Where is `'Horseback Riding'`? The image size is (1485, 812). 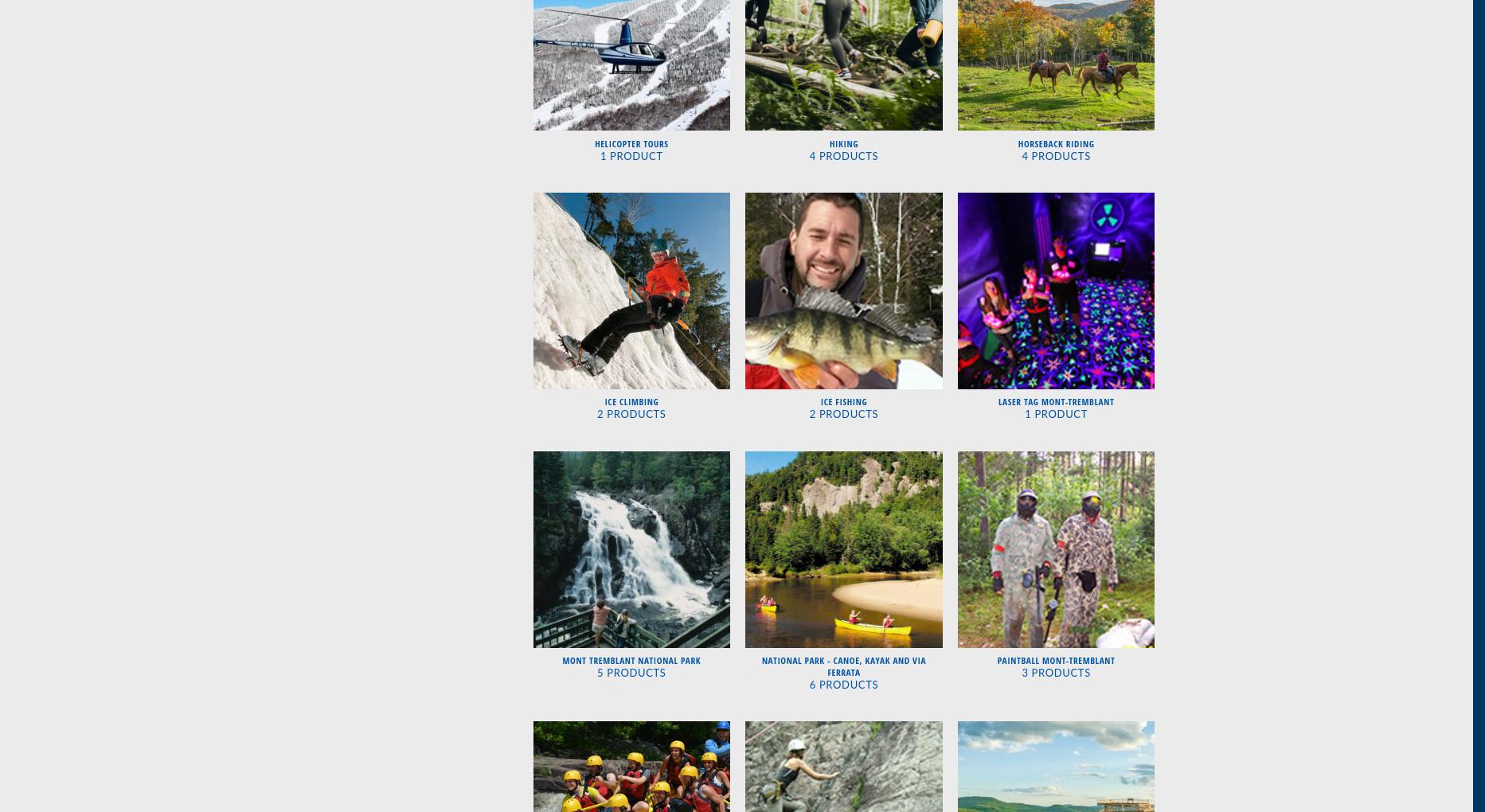 'Horseback Riding' is located at coordinates (1055, 142).